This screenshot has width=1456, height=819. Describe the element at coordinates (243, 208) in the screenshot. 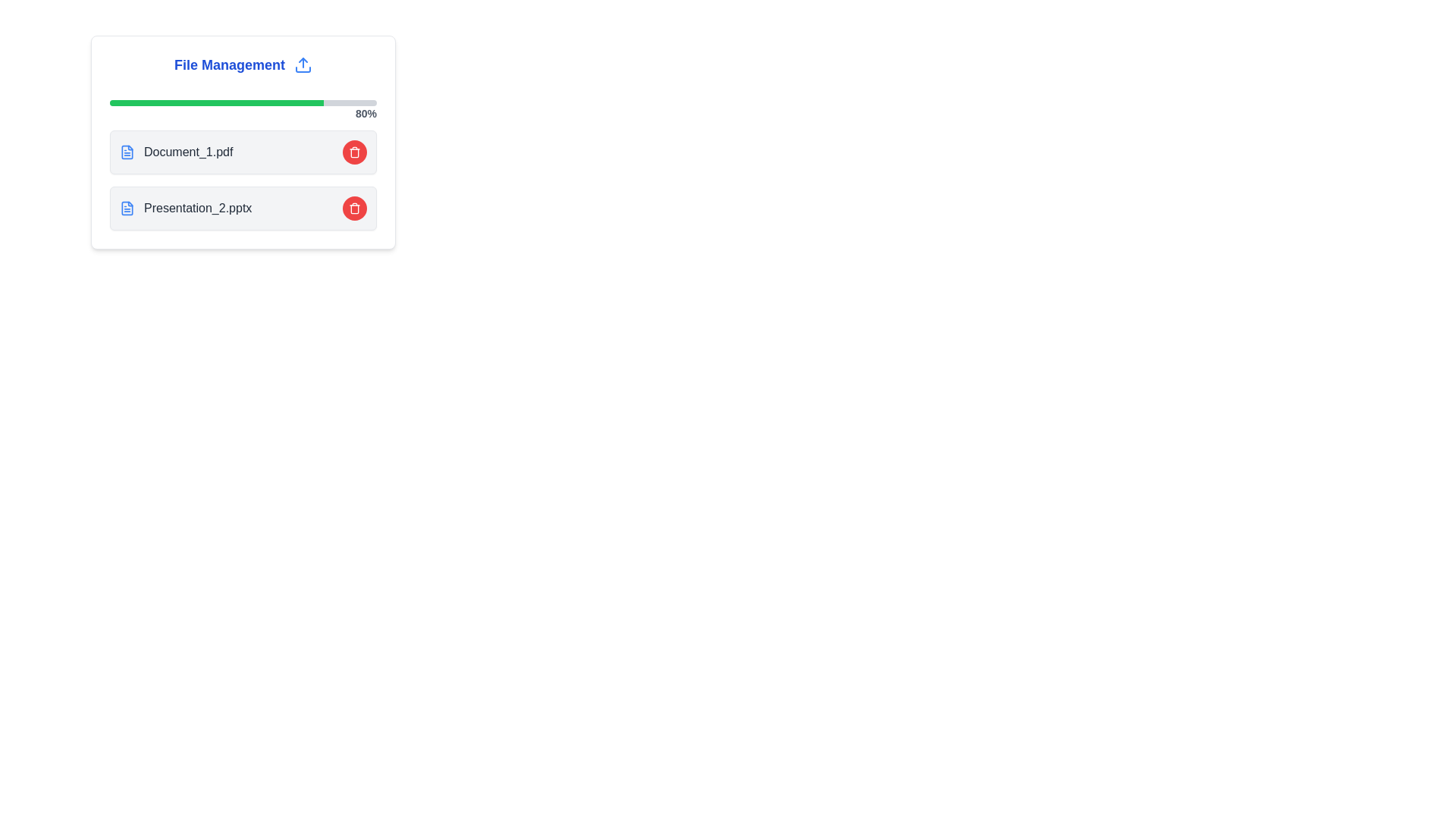

I see `the file name 'Presentation_2.pptx' in the second file entry row` at that location.